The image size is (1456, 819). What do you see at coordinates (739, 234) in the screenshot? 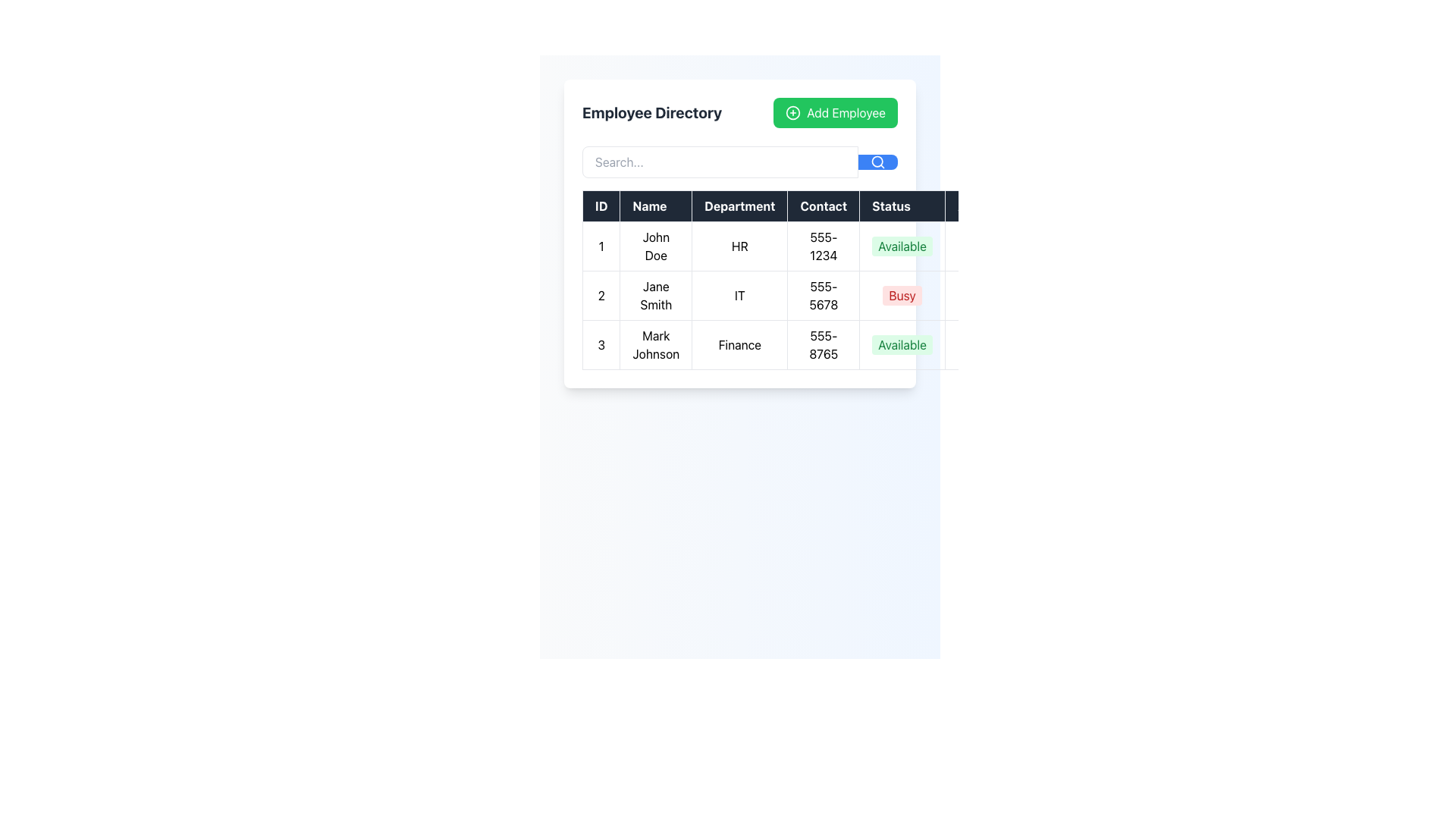
I see `the table cell containing 'HR' under the 'Department' column for 'John Doe'` at bounding box center [739, 234].